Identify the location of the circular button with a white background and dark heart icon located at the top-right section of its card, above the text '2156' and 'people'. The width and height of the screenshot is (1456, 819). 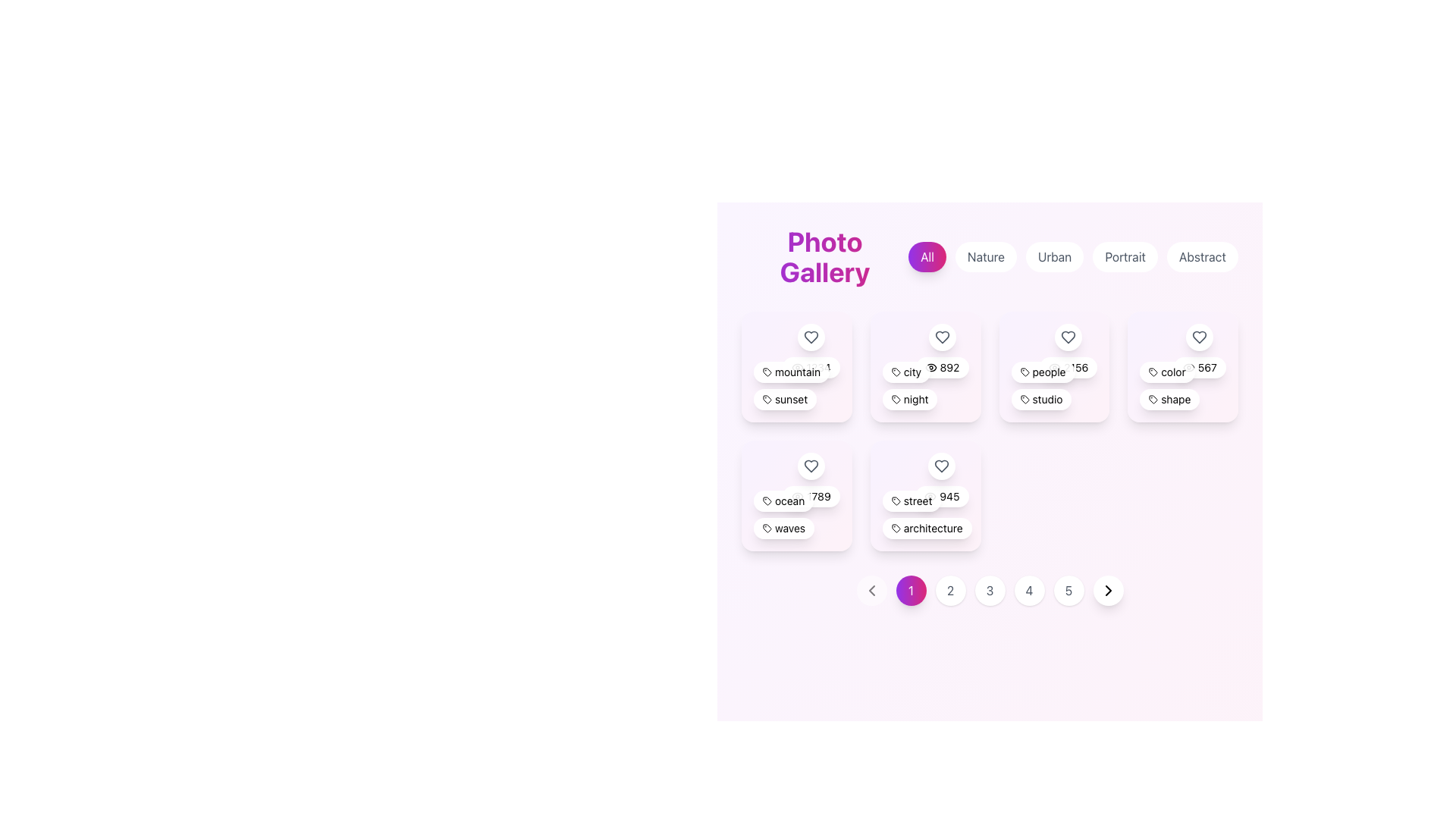
(1068, 350).